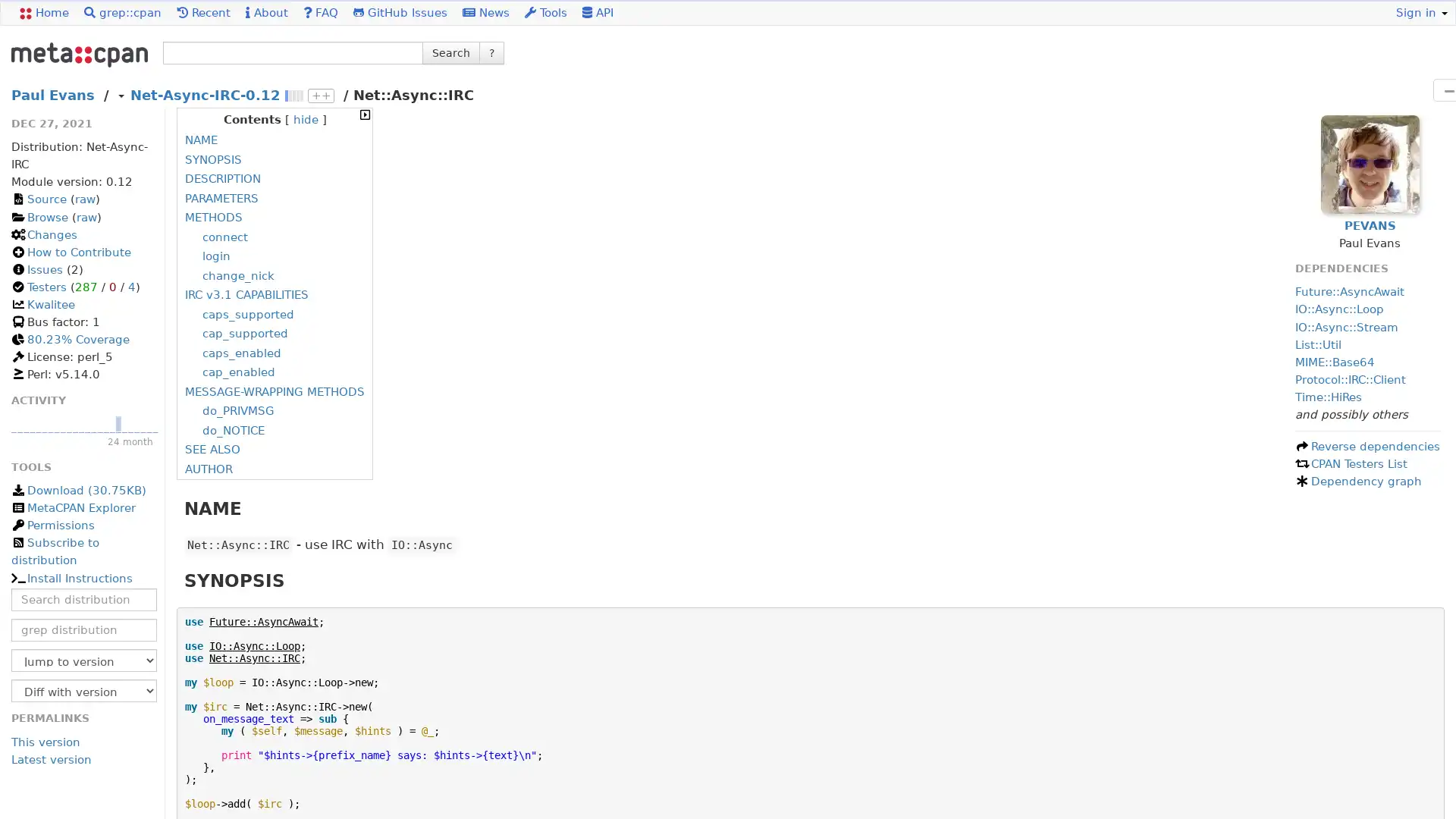 The image size is (1456, 819). I want to click on Search, so click(450, 52).